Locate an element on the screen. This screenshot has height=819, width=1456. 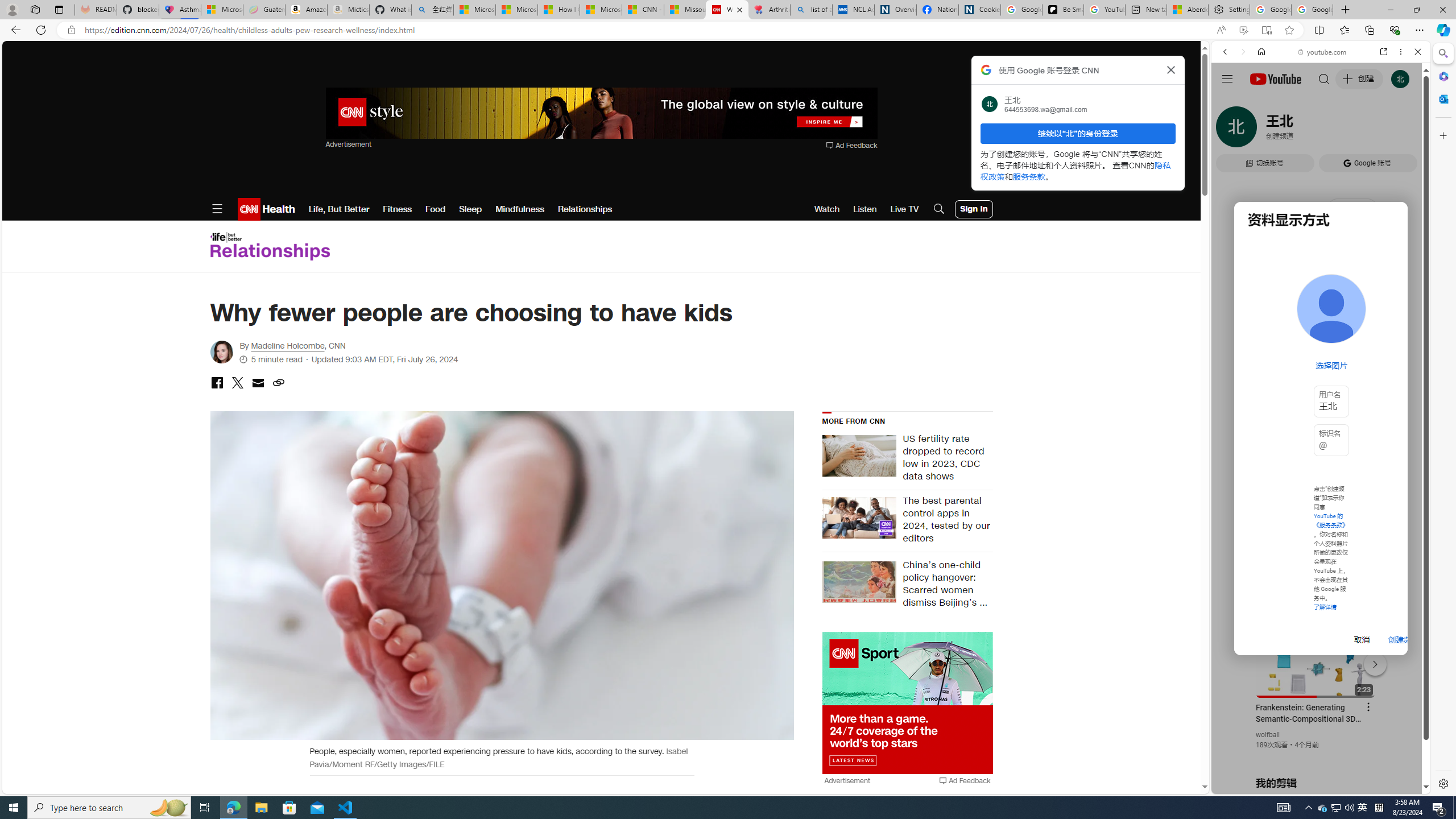
'Show More Music' is located at coordinates (1389, 310).